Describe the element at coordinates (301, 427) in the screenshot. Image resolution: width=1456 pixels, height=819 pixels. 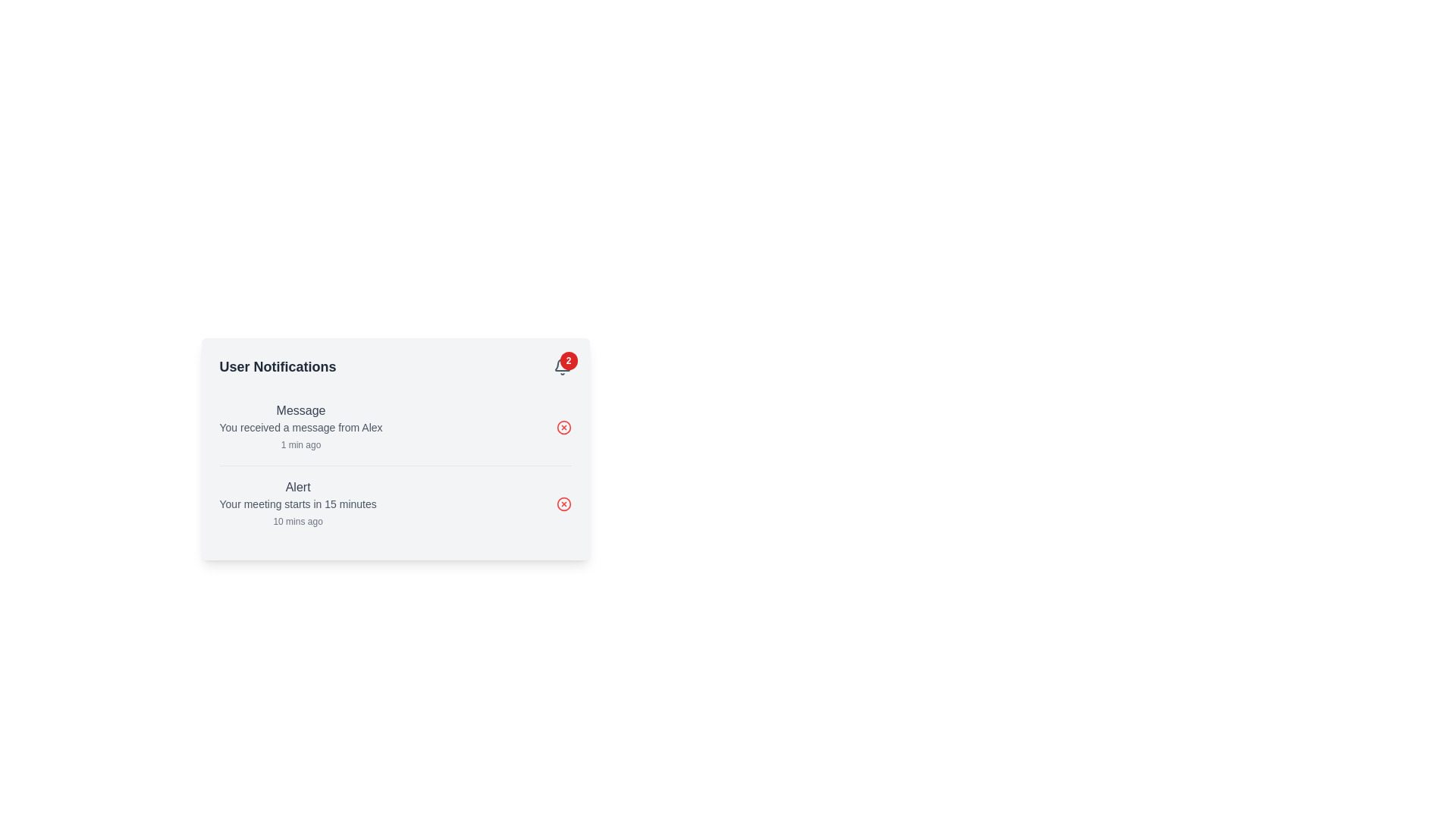
I see `the notification text that informs the user about a message received from 'Alex', located below the 'Message' header and above the '1 min ago' timestamp` at that location.